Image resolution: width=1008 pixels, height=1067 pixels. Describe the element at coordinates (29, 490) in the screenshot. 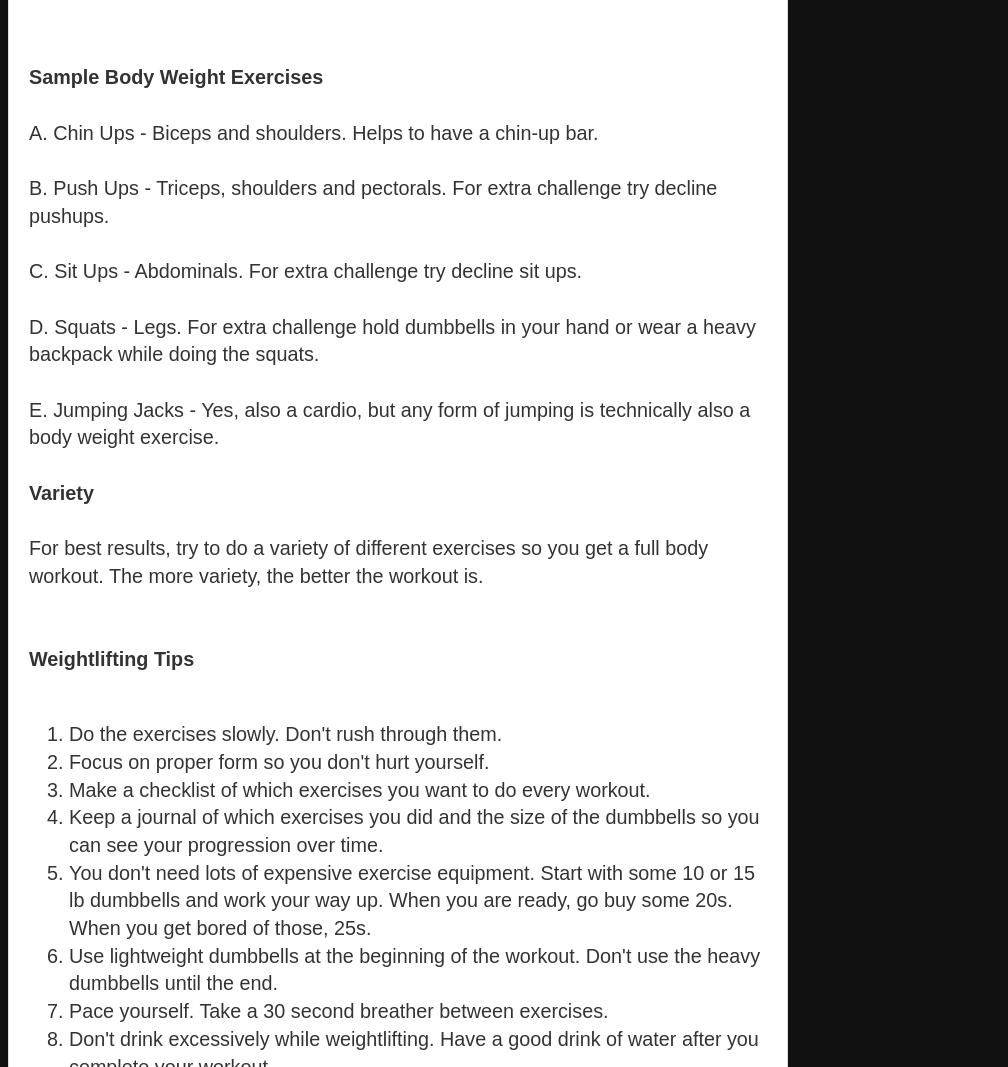

I see `'Variety'` at that location.